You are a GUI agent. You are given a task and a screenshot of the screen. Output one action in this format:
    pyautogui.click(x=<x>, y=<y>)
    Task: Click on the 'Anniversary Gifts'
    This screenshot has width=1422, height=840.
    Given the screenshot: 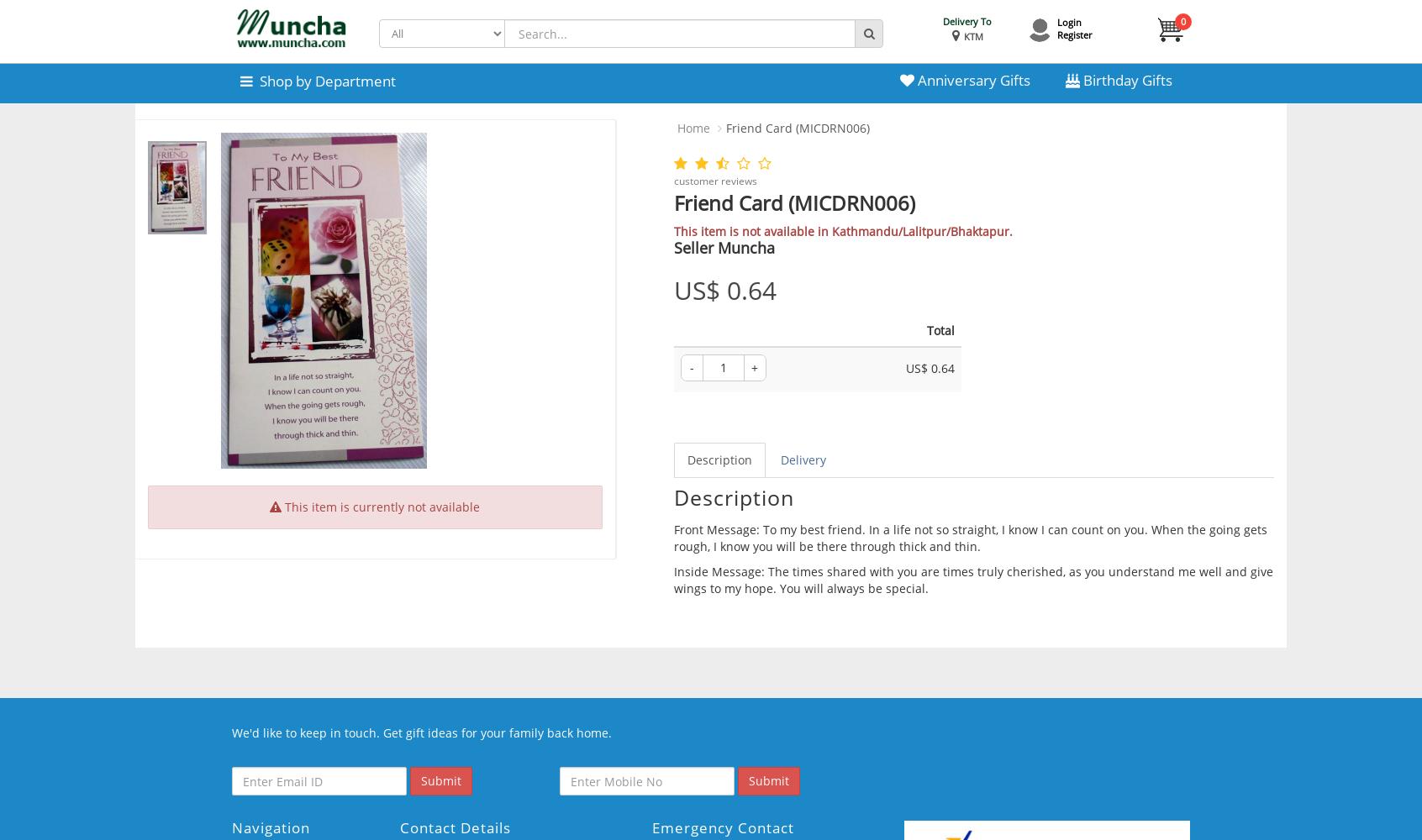 What is the action you would take?
    pyautogui.click(x=971, y=79)
    